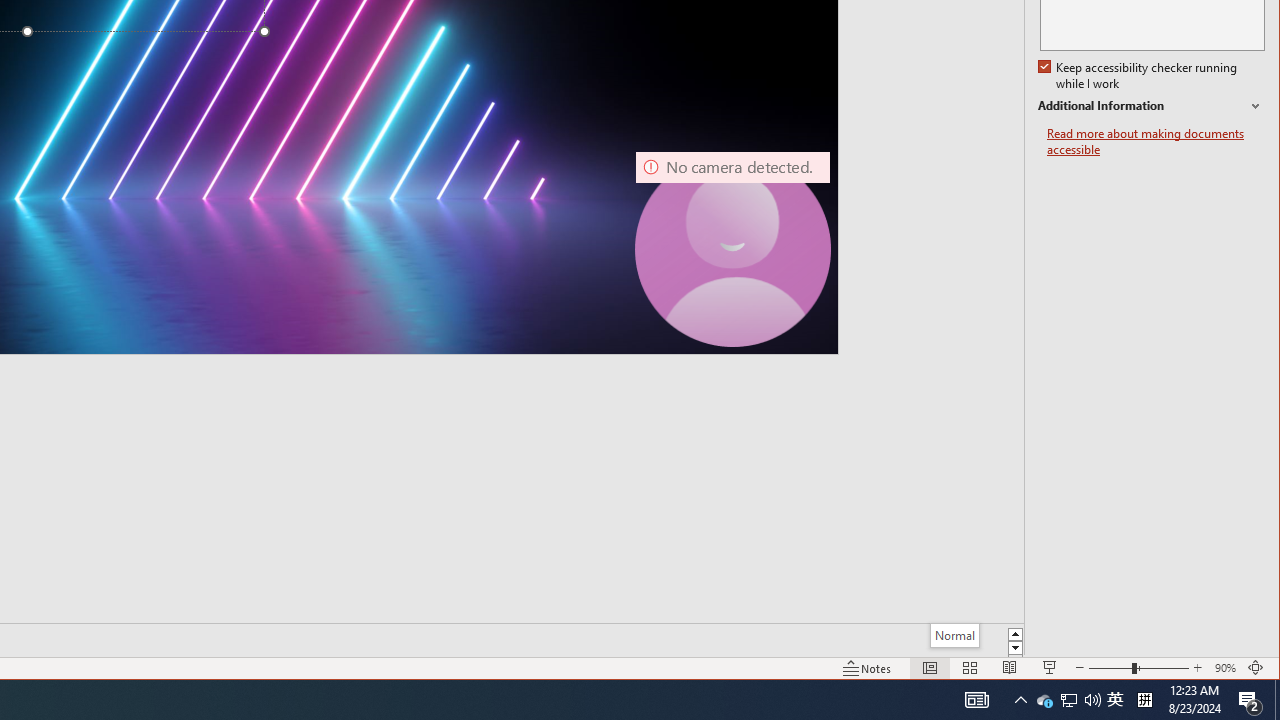 This screenshot has width=1280, height=720. Describe the element at coordinates (1250, 698) in the screenshot. I see `'Action Center, 2 new notifications'` at that location.